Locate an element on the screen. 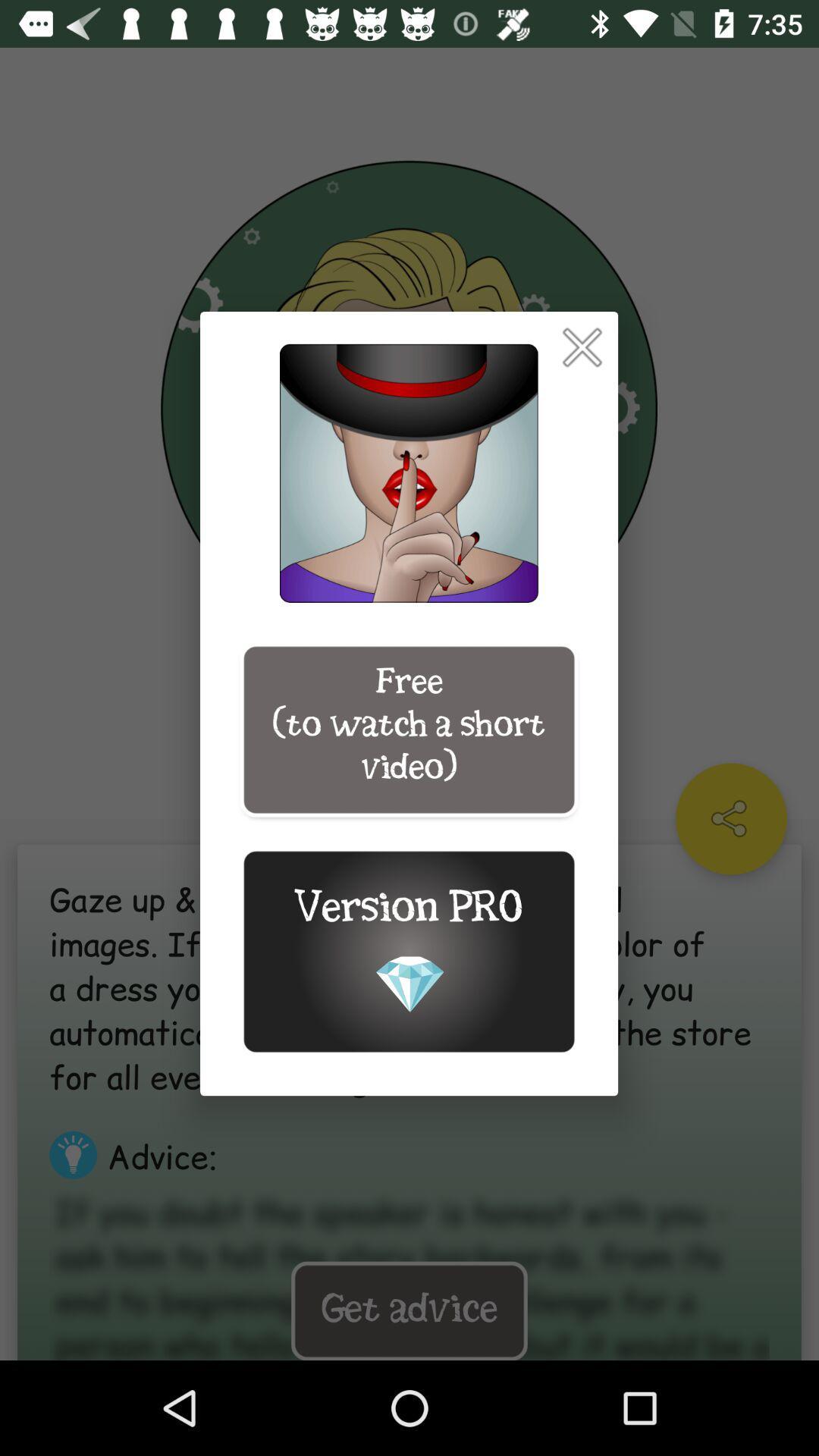  free to watch icon is located at coordinates (408, 730).